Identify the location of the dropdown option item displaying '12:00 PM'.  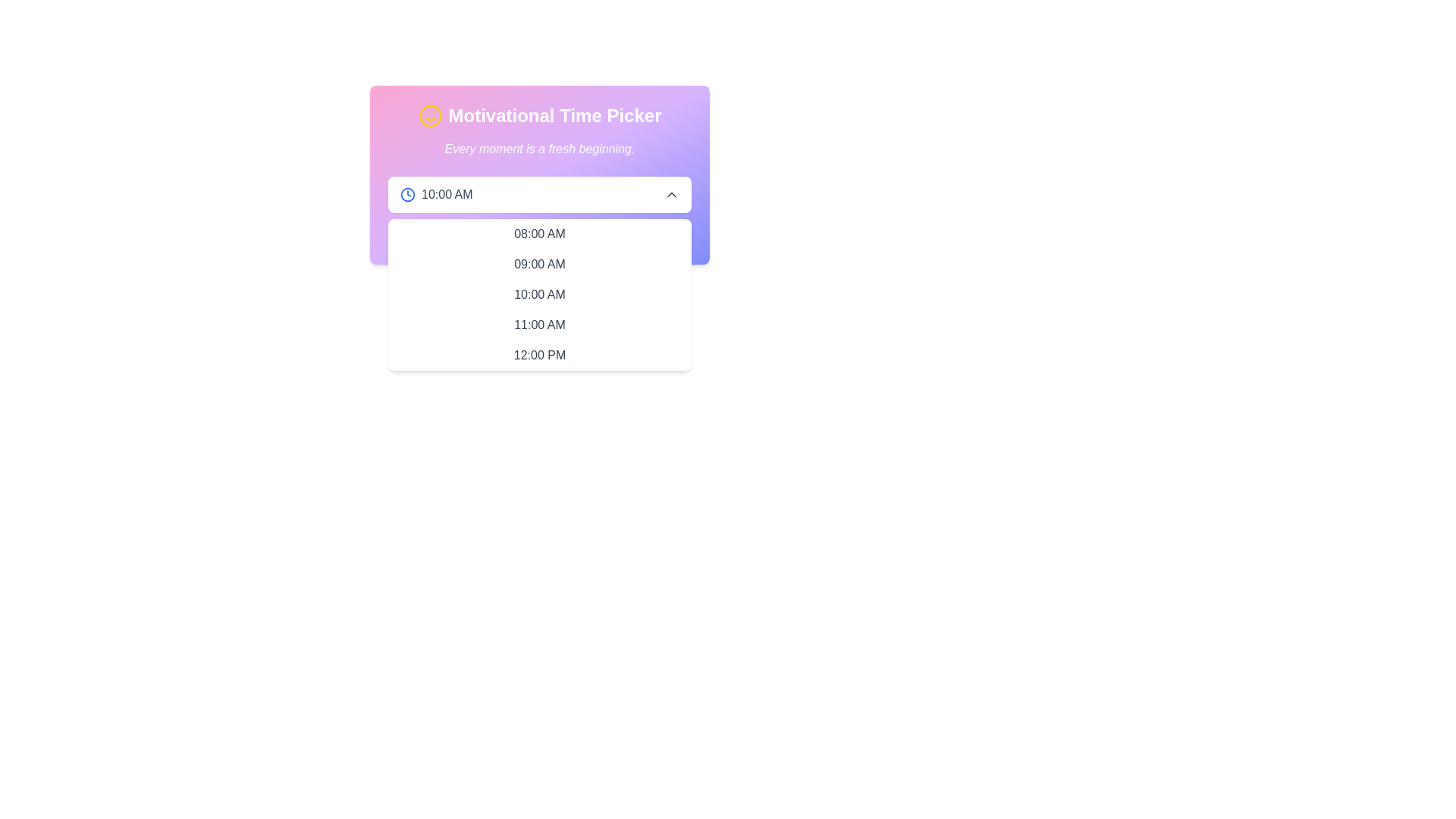
(539, 356).